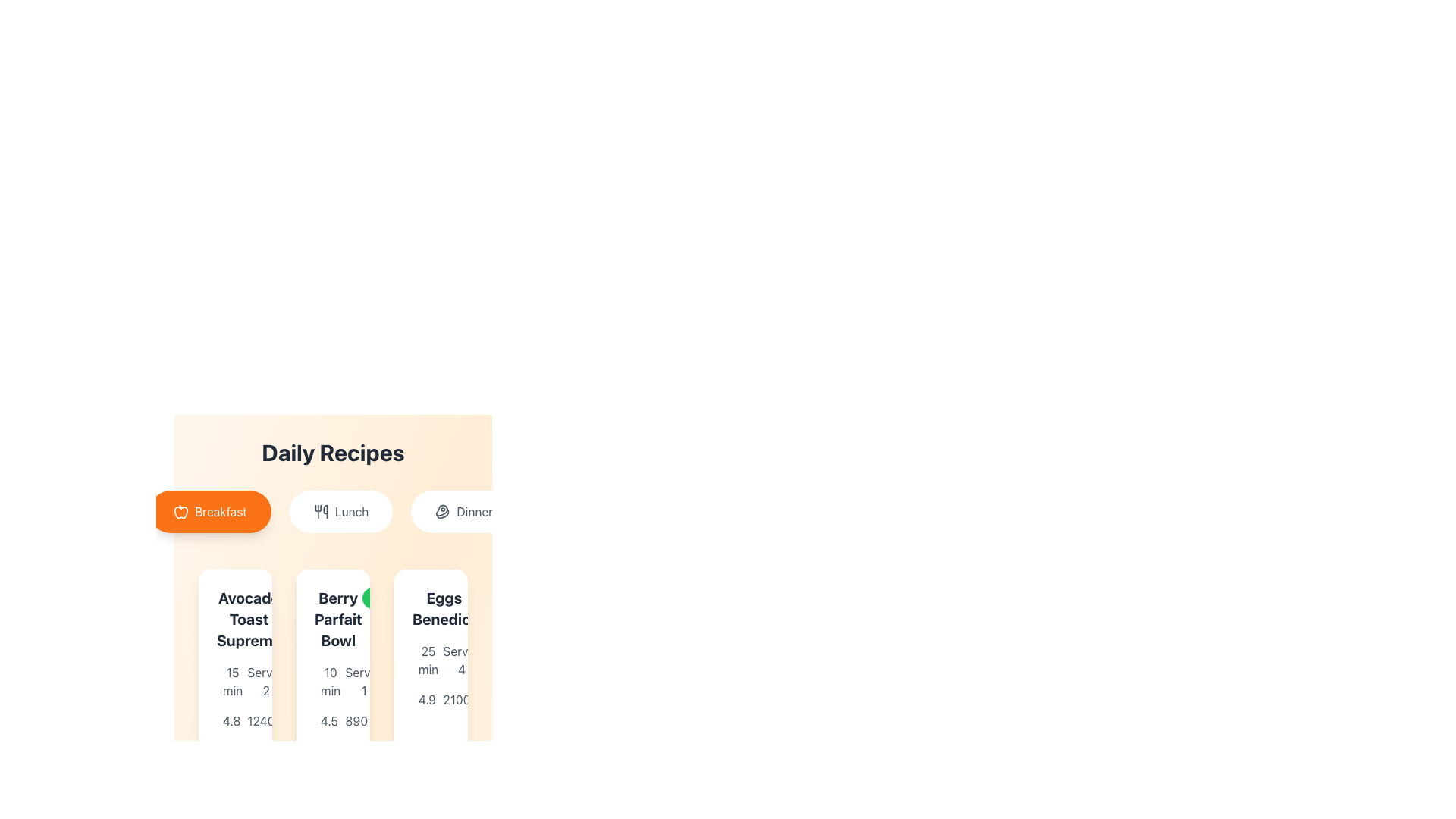 The height and width of the screenshot is (819, 1456). I want to click on the 'Eggs Benedict' recipe card located in the bottom-right quadrant of the 'Daily Recipes' section, so click(430, 657).